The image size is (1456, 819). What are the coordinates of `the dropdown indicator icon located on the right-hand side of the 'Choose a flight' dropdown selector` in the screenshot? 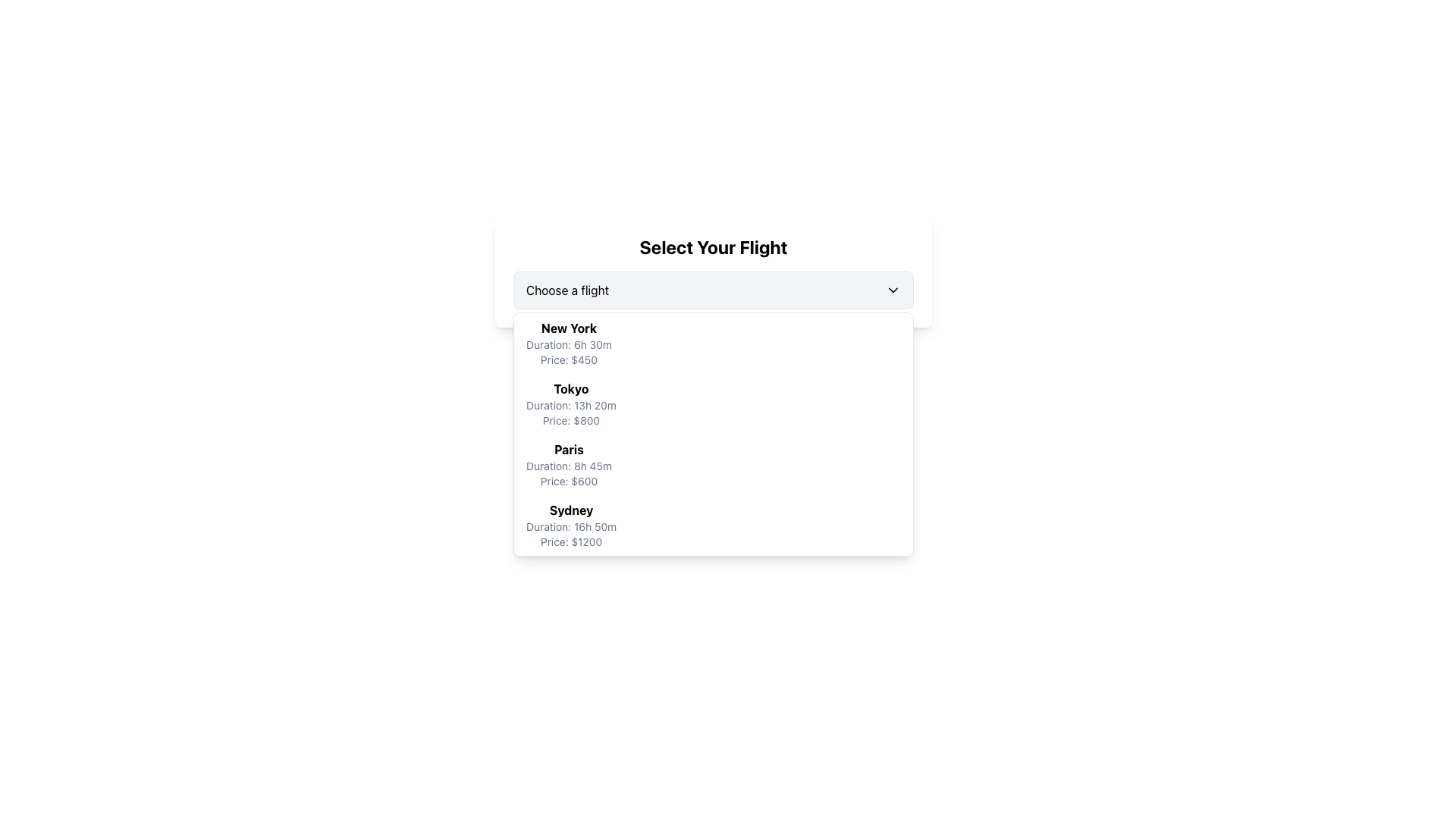 It's located at (893, 290).